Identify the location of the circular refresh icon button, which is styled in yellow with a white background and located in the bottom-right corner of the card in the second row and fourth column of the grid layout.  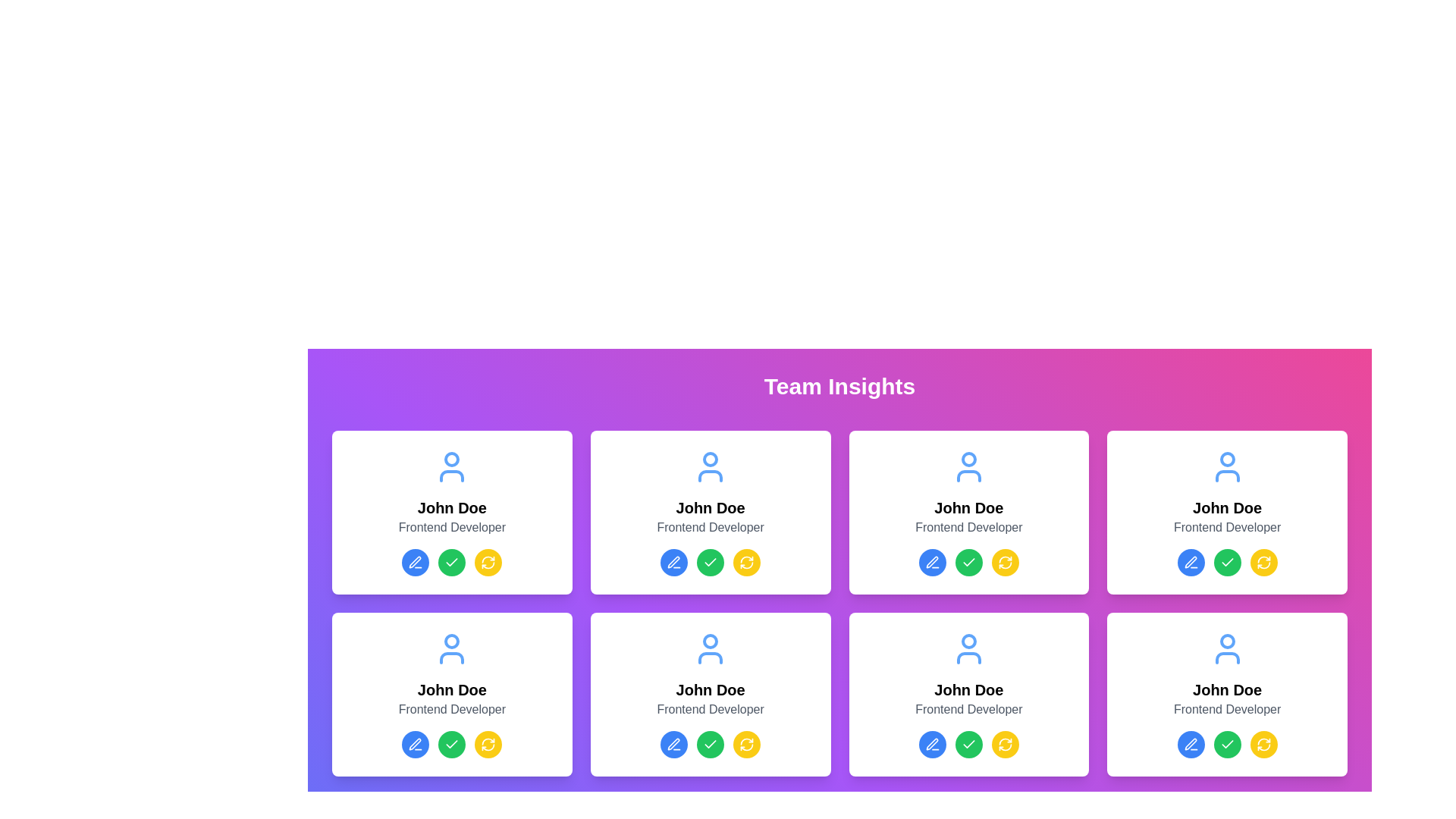
(1263, 744).